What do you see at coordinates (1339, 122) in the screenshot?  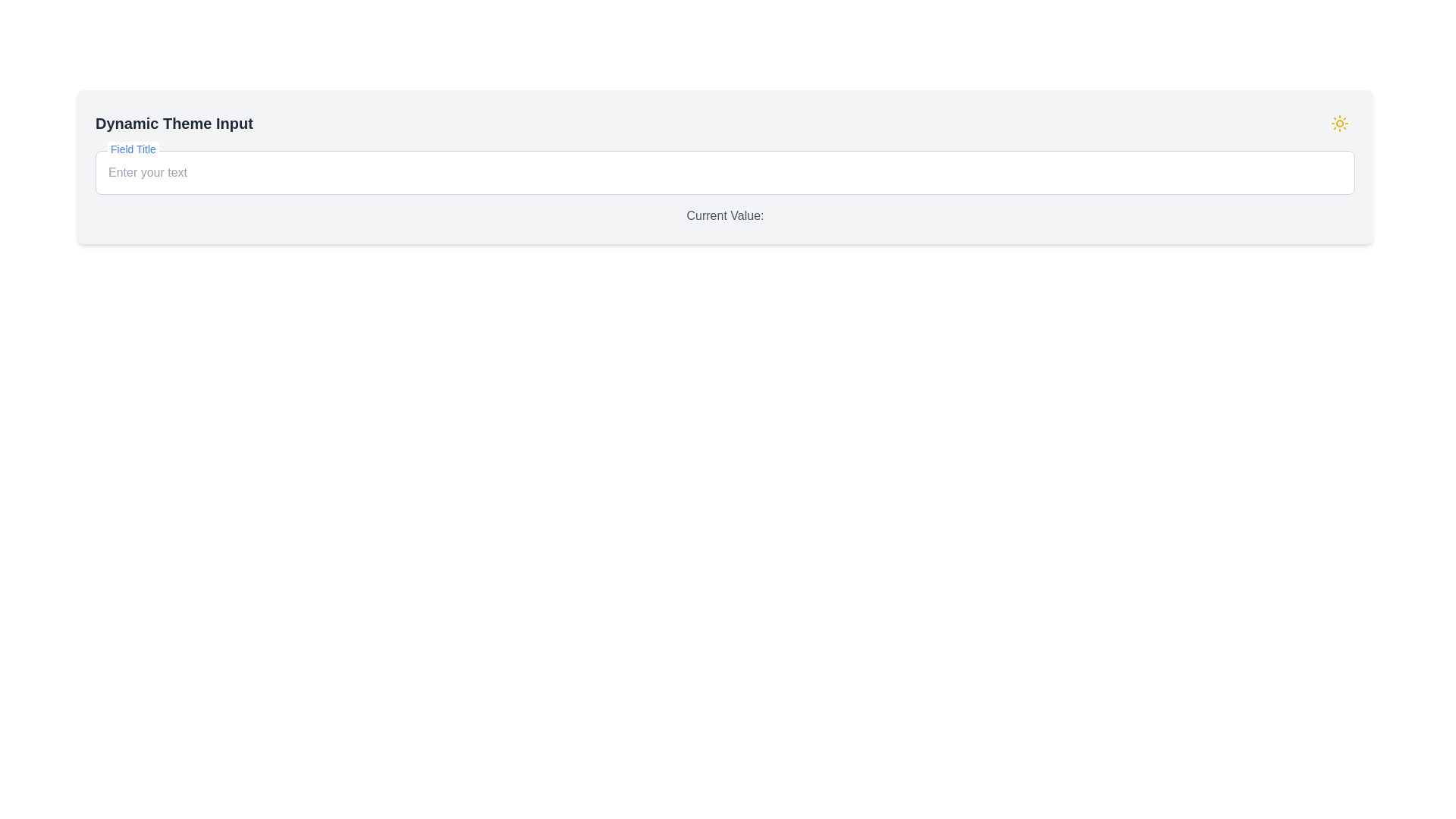 I see `the sun icon, which is yellow and located at the right end of the input field` at bounding box center [1339, 122].